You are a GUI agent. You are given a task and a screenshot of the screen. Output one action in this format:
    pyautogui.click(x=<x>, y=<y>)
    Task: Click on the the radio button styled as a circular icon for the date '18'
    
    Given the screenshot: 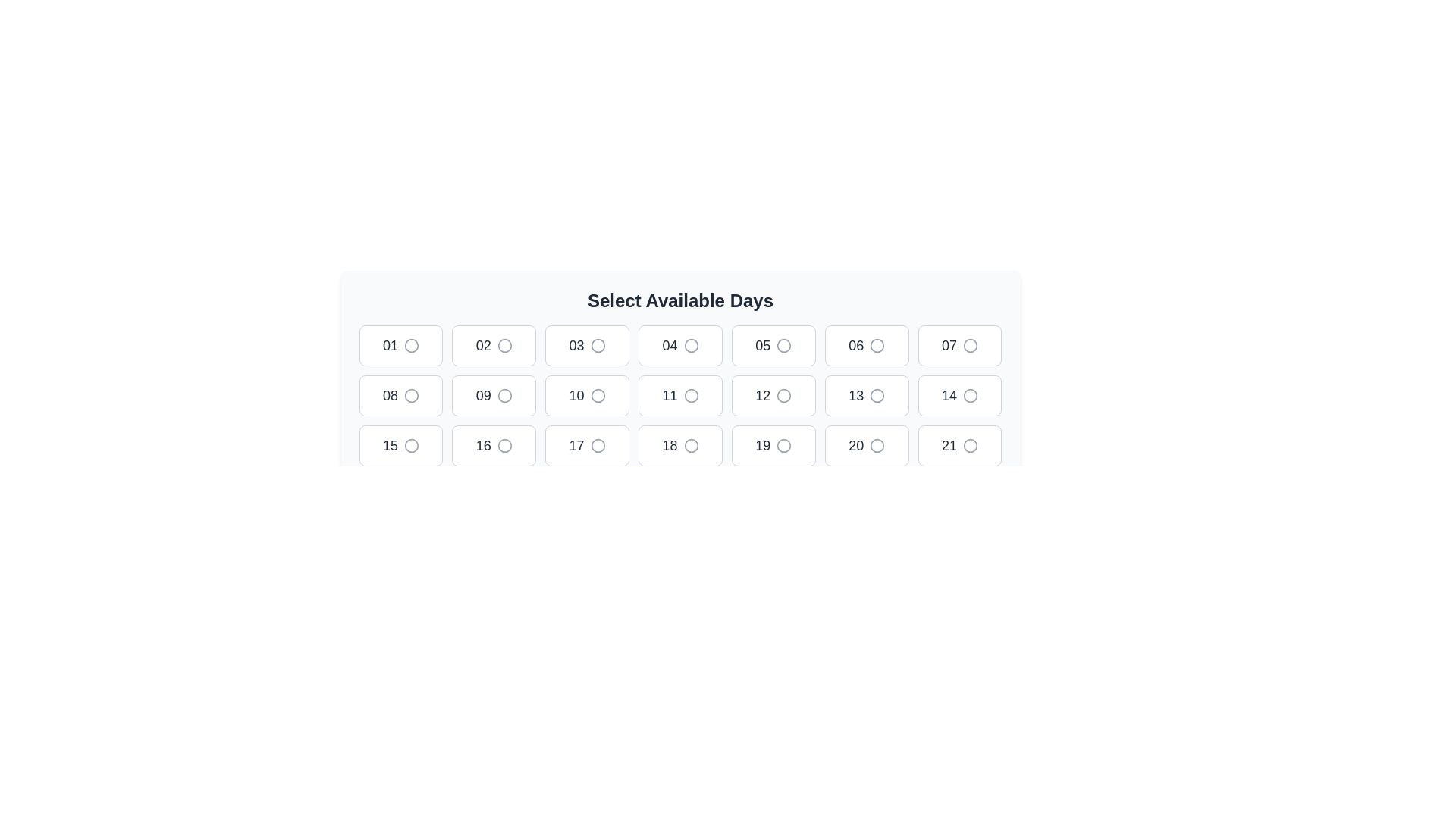 What is the action you would take?
    pyautogui.click(x=690, y=444)
    